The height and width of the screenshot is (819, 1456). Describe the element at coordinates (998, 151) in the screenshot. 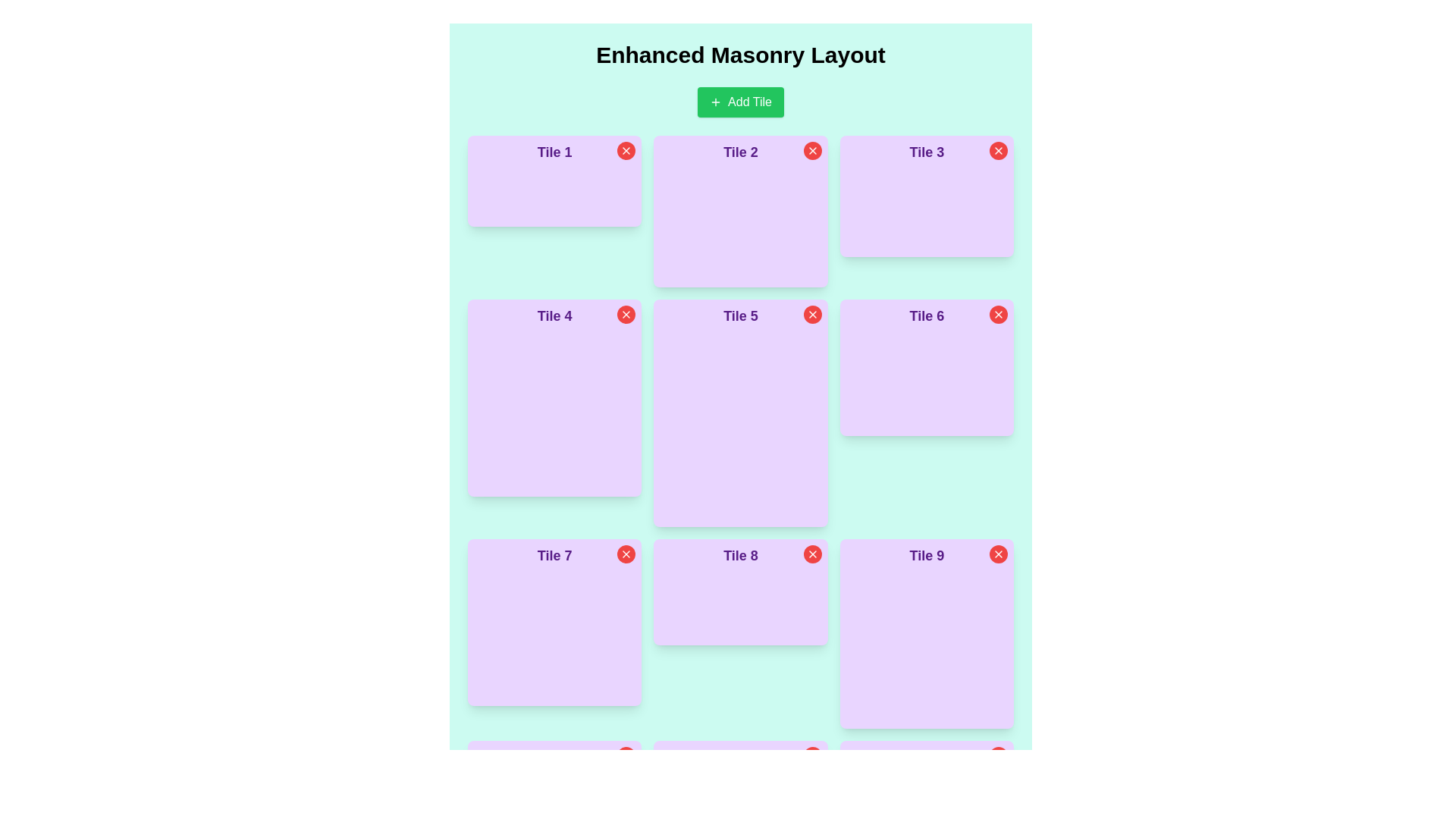

I see `the keyboard accessibility on the close button for 'Tile 3', located at the top-right corner of the card` at that location.